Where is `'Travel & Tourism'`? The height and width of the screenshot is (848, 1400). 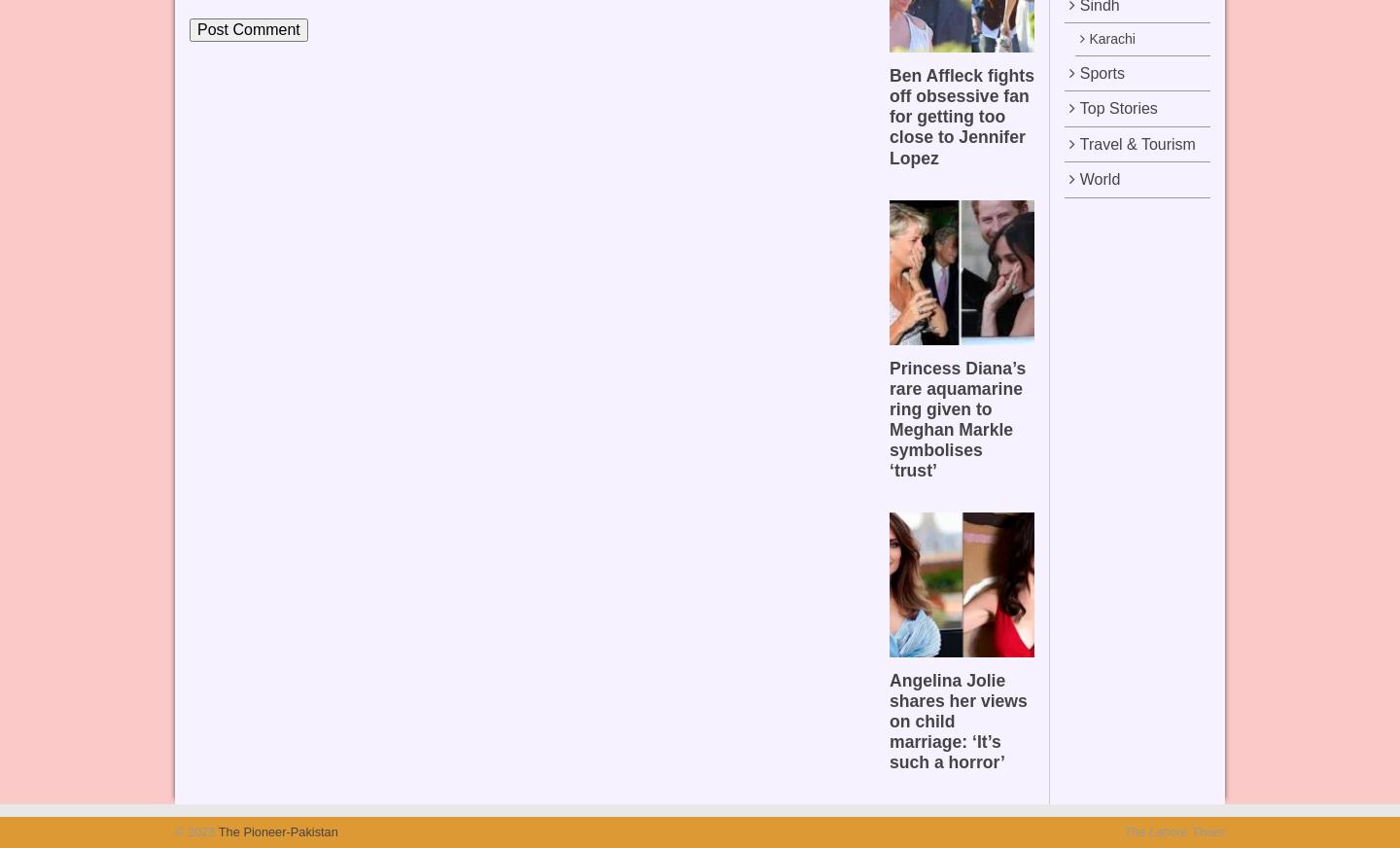 'Travel & Tourism' is located at coordinates (1137, 143).